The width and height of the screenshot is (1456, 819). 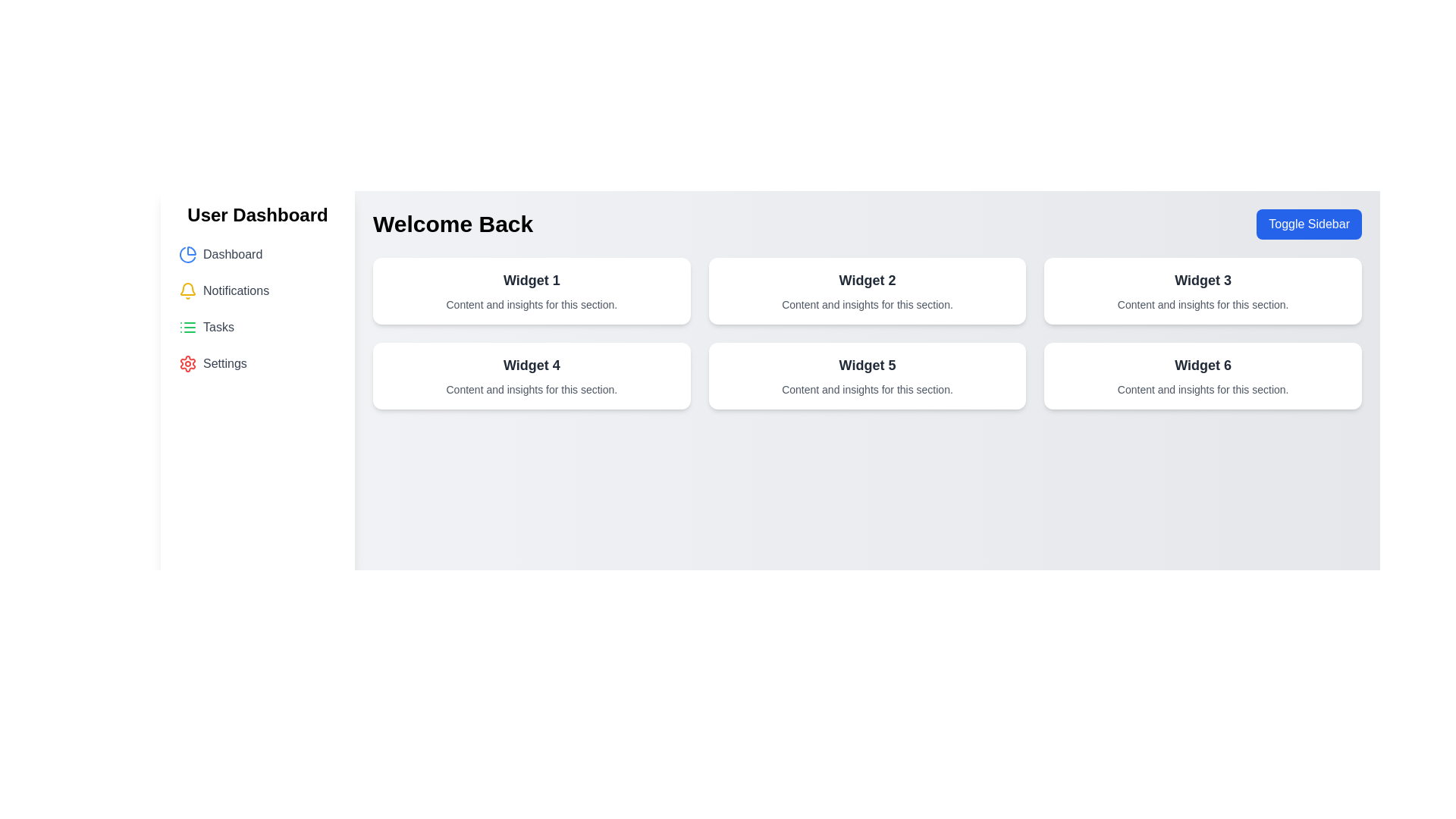 I want to click on the Text Label element, so click(x=867, y=281).